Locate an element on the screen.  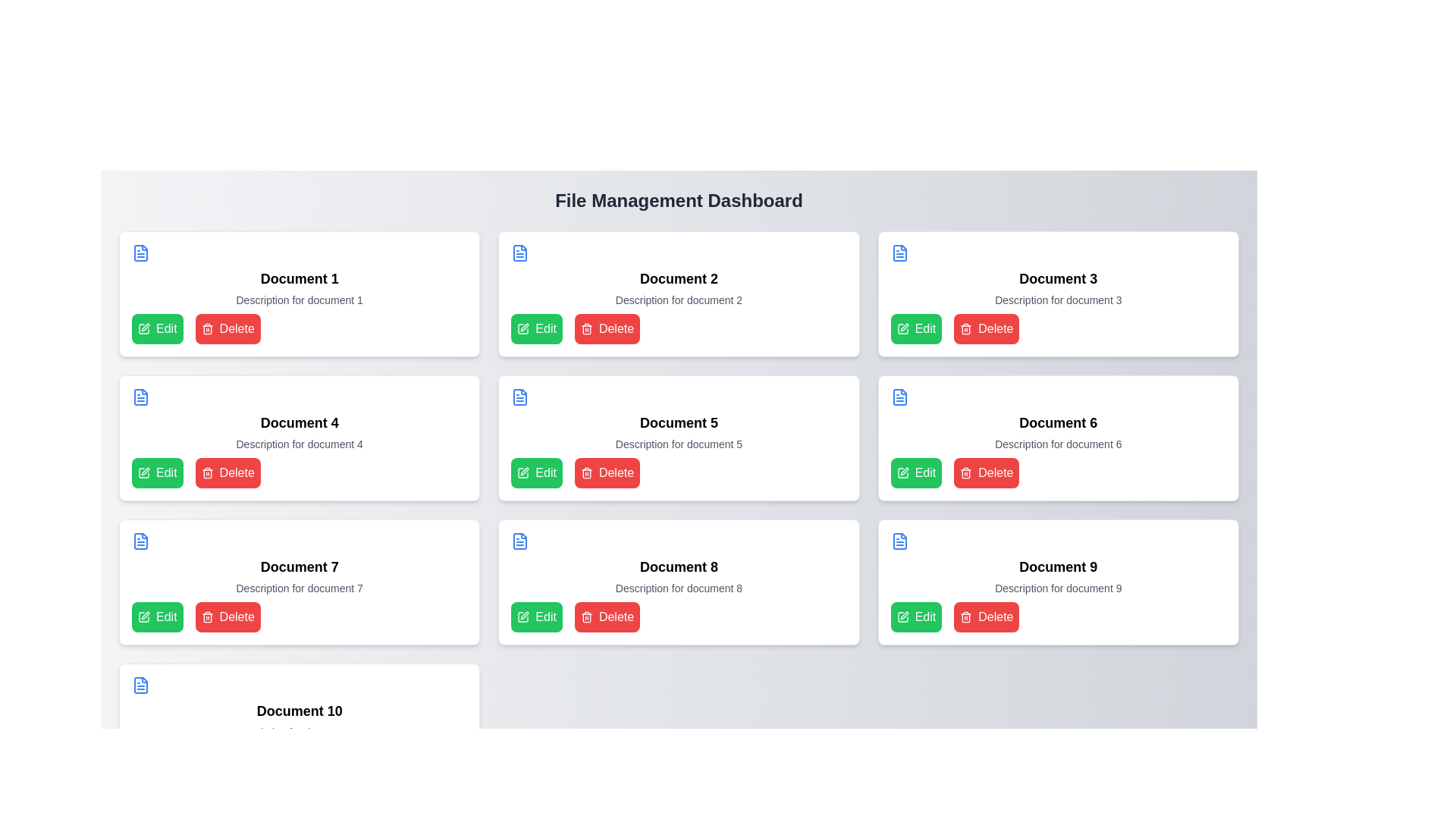
the text label providing supplementary information about 'Document 8', located within the card beneath the main title, flanked by 'Edit' and 'Delete' buttons is located at coordinates (678, 587).